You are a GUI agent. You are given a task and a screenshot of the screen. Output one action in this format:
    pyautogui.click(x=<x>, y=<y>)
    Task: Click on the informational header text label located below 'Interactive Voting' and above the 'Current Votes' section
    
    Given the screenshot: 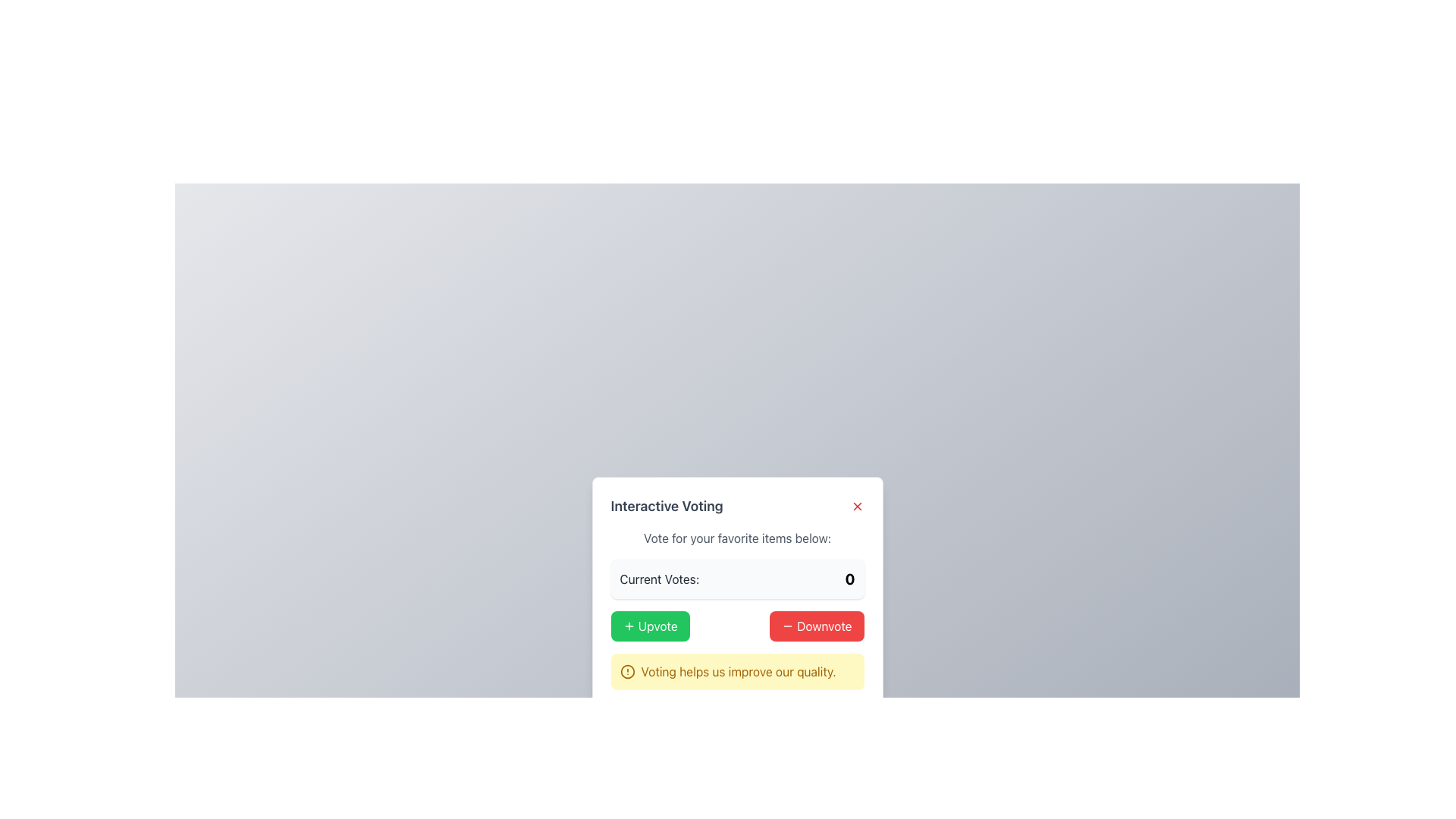 What is the action you would take?
    pyautogui.click(x=737, y=537)
    